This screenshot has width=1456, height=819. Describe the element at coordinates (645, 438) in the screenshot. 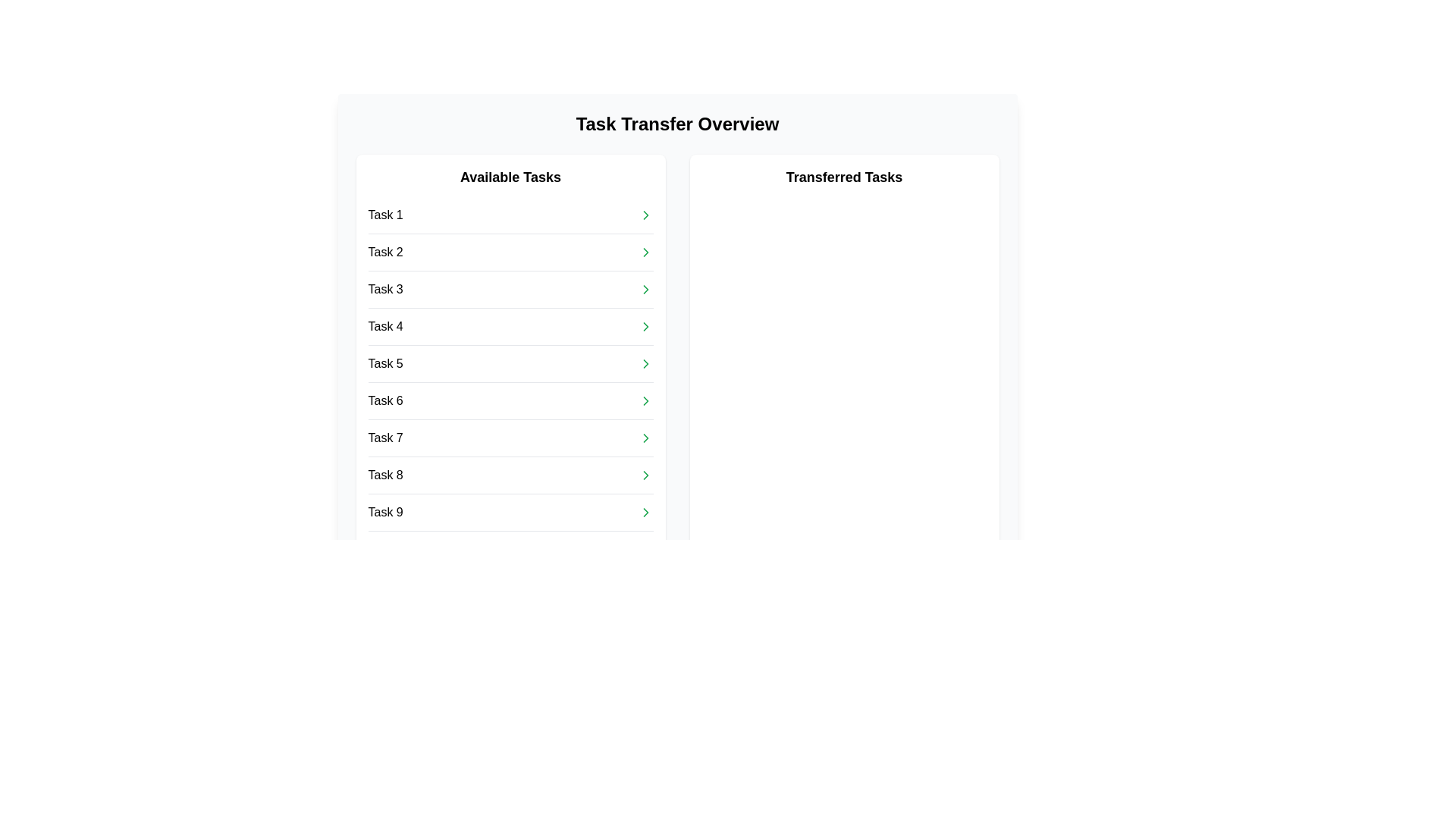

I see `the chevron-right icon in the 'Task 7' row under the 'Available Tasks' section, which is a minimalistic arrow-shaped vector graphic positioned at the far right of the row` at that location.